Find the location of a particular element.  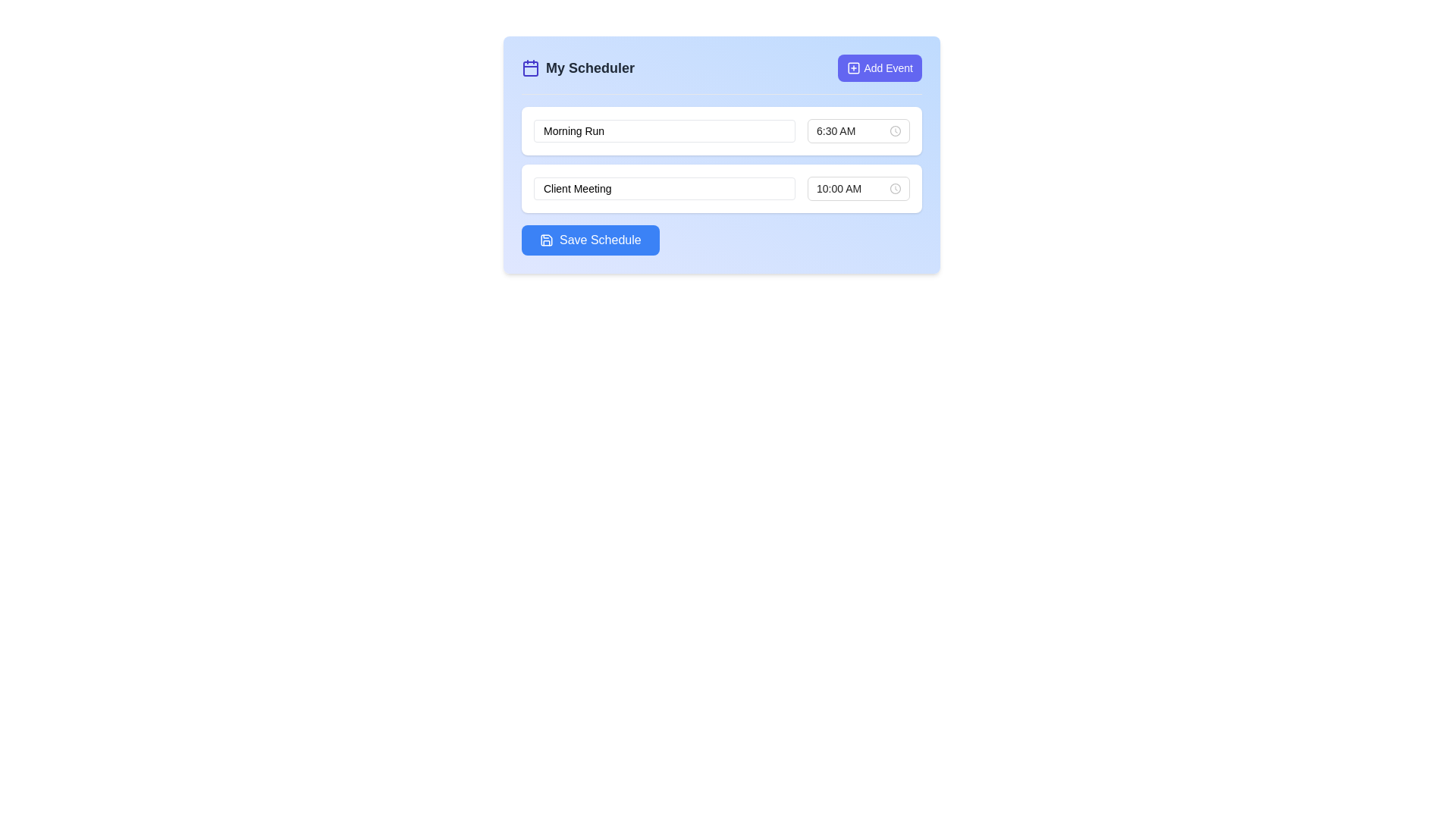

the 'Add Event' button located is located at coordinates (880, 67).